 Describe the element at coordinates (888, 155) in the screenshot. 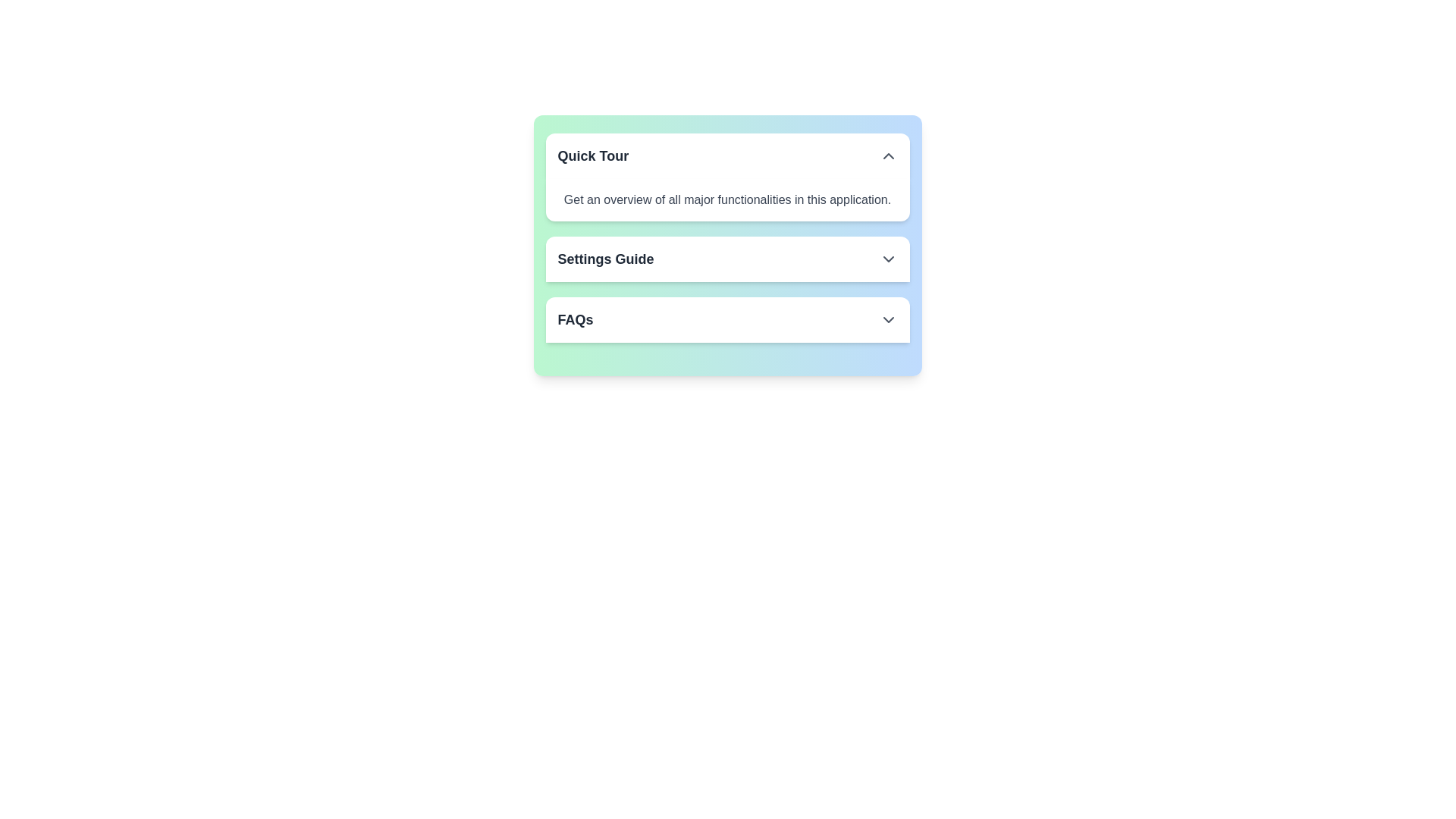

I see `the chevron icon located to the right of the 'Quick Tour' text in the top panel` at that location.